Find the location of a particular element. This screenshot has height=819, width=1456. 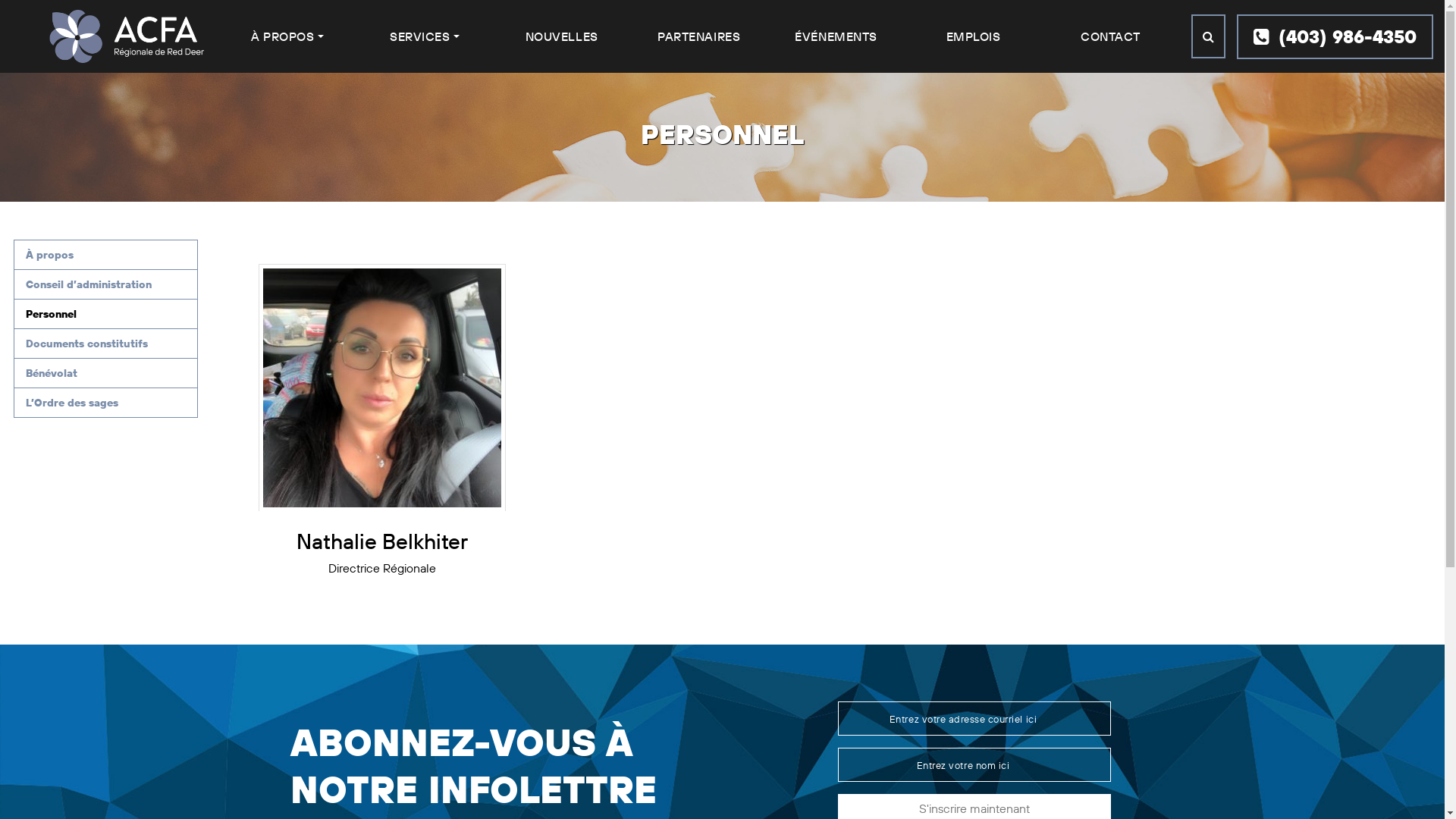

'PARTENAIRES' is located at coordinates (698, 35).